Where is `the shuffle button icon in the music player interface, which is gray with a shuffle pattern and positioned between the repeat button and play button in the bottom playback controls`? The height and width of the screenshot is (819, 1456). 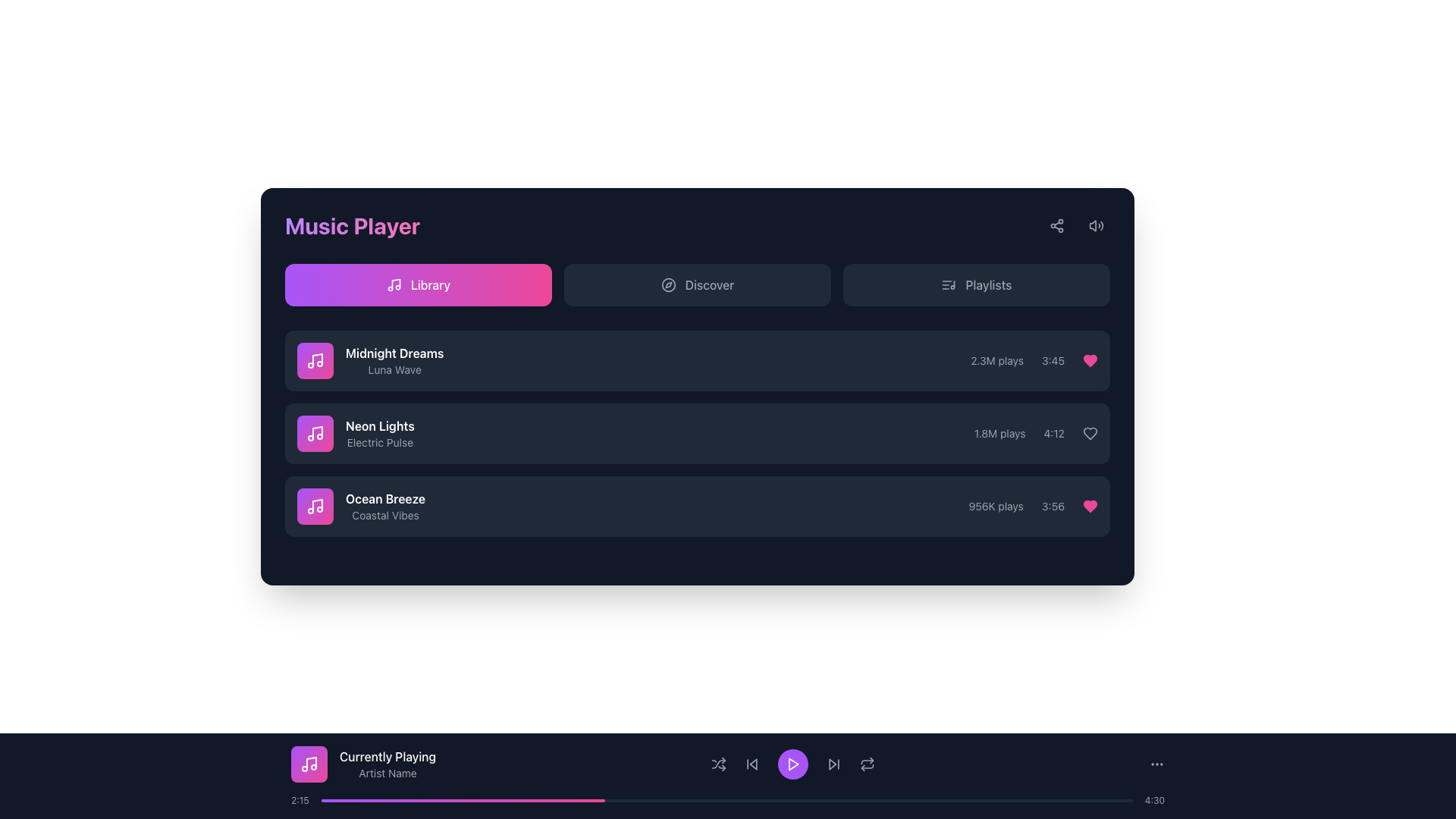 the shuffle button icon in the music player interface, which is gray with a shuffle pattern and positioned between the repeat button and play button in the bottom playback controls is located at coordinates (717, 764).